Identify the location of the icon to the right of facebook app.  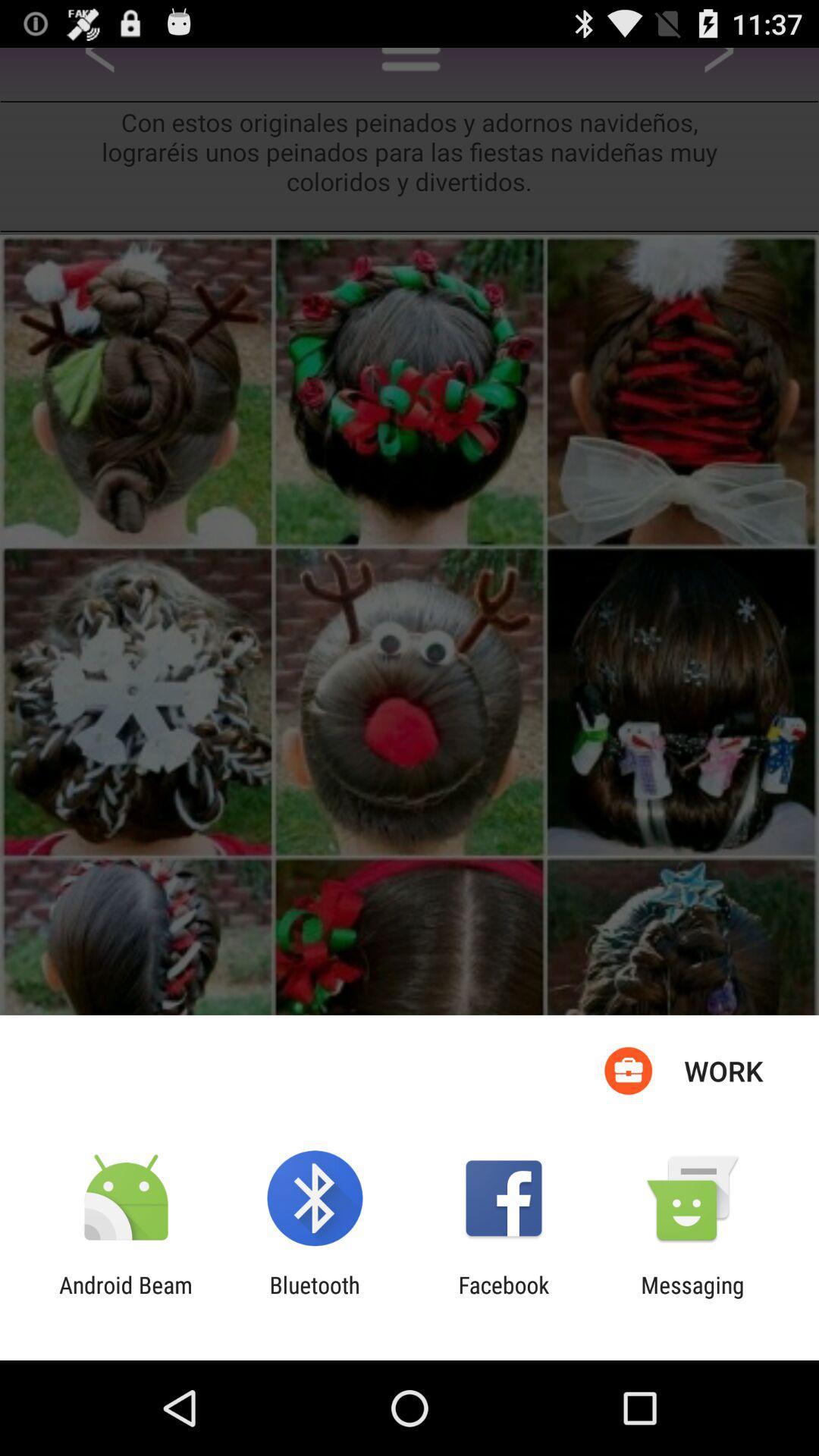
(692, 1298).